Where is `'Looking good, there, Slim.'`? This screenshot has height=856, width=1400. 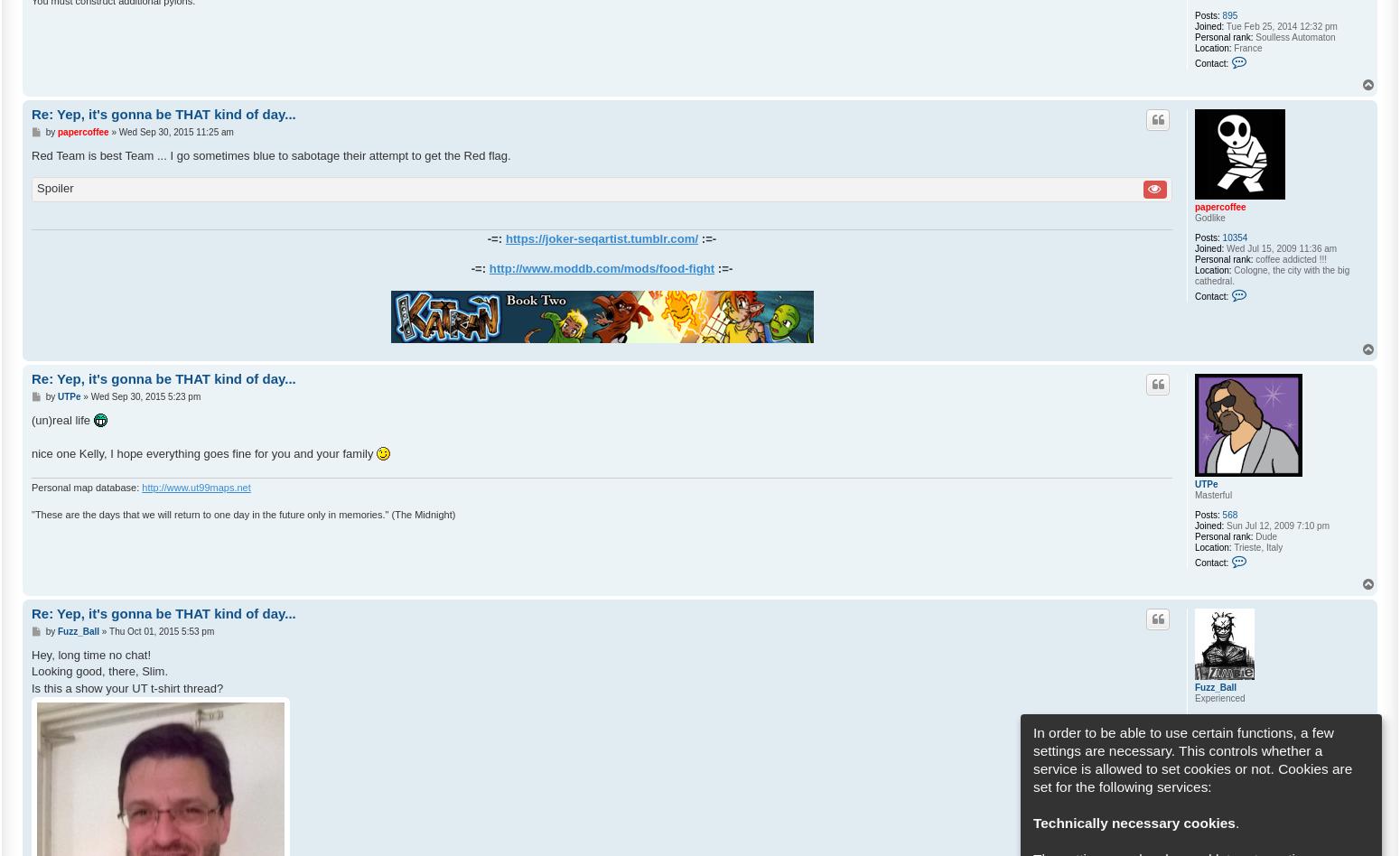 'Looking good, there, Slim.' is located at coordinates (31, 671).